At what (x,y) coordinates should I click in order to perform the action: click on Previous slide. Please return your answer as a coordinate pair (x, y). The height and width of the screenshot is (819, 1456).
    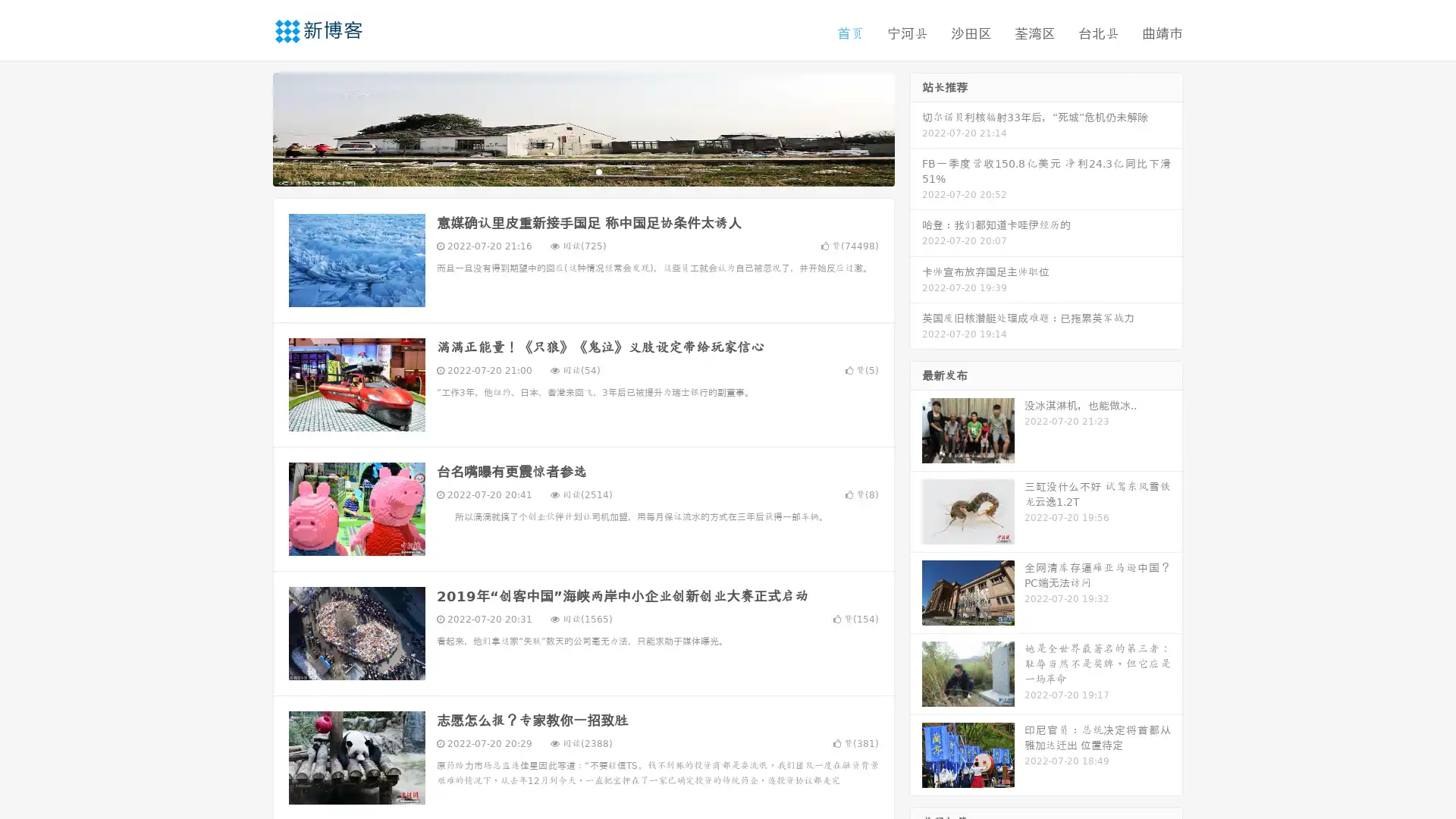
    Looking at the image, I should click on (250, 127).